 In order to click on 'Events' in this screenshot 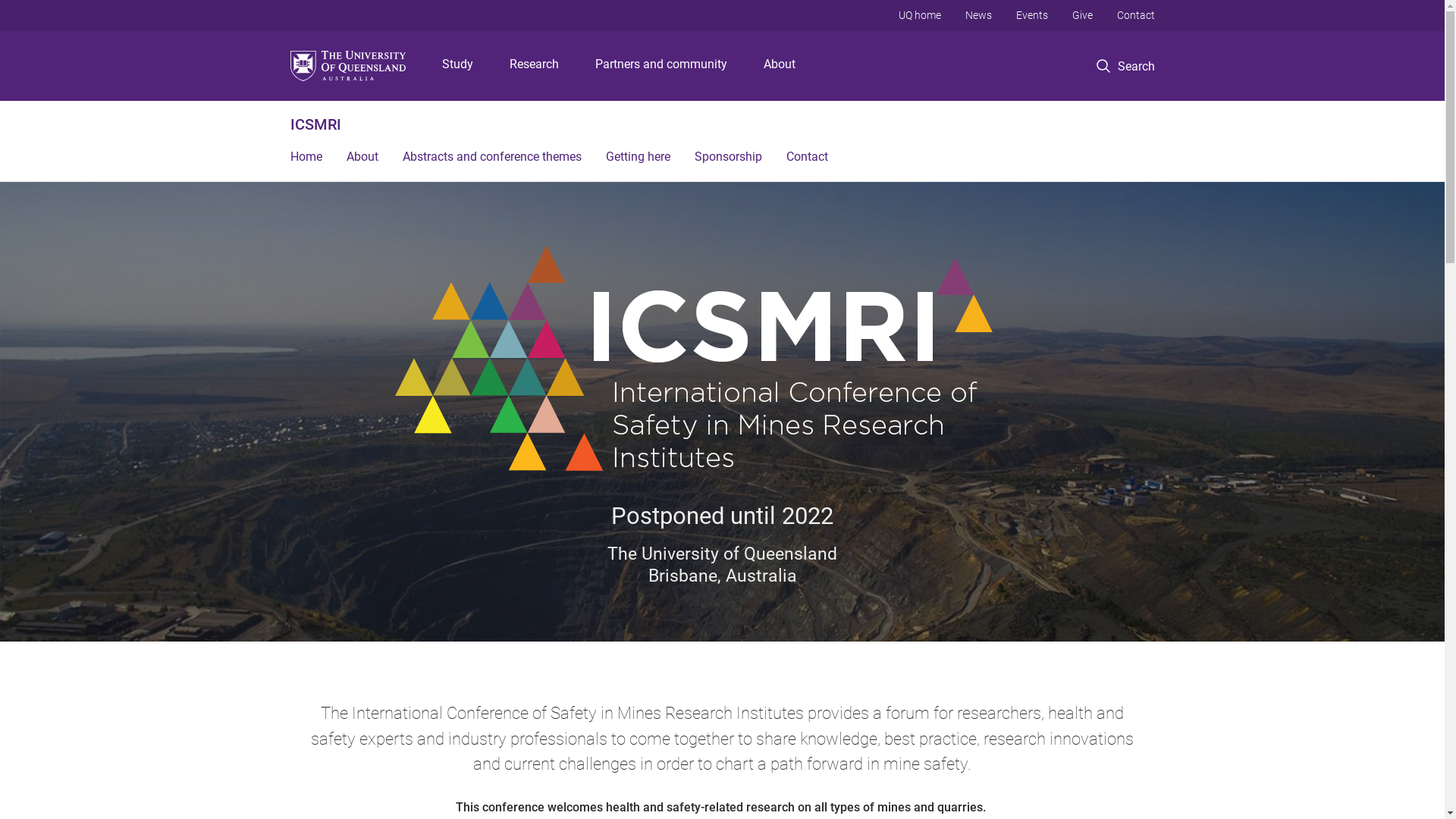, I will do `click(1031, 15)`.